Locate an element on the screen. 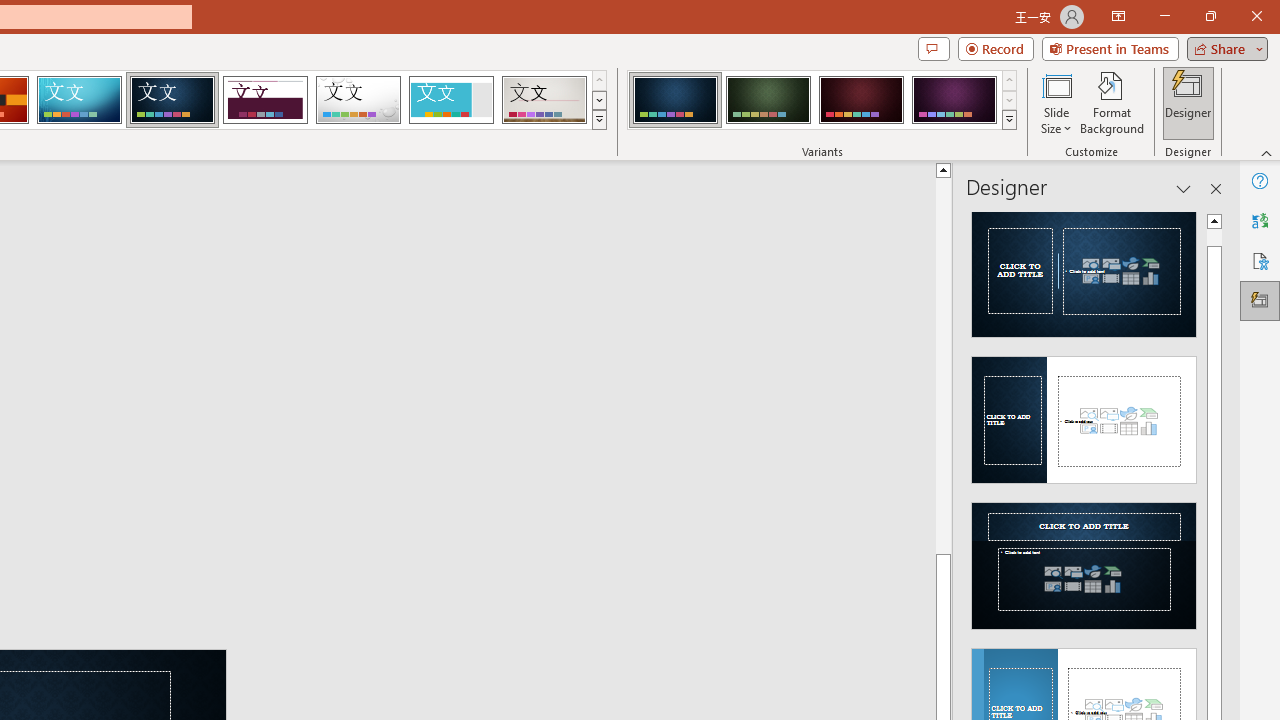 This screenshot has width=1280, height=720. 'Frame' is located at coordinates (450, 100).